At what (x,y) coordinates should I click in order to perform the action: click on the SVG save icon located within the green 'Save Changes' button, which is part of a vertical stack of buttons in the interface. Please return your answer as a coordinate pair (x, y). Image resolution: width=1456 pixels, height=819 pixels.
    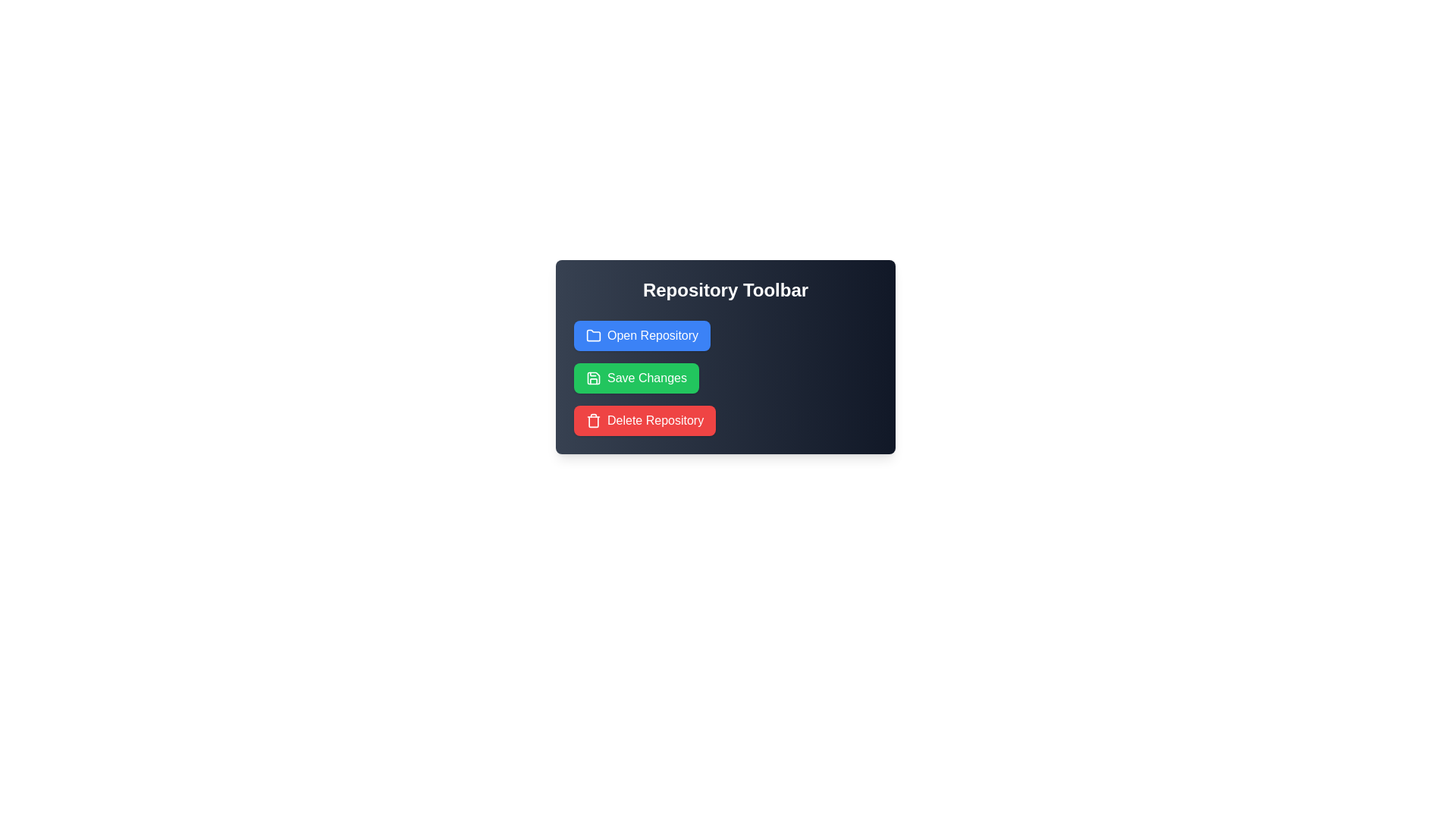
    Looking at the image, I should click on (592, 377).